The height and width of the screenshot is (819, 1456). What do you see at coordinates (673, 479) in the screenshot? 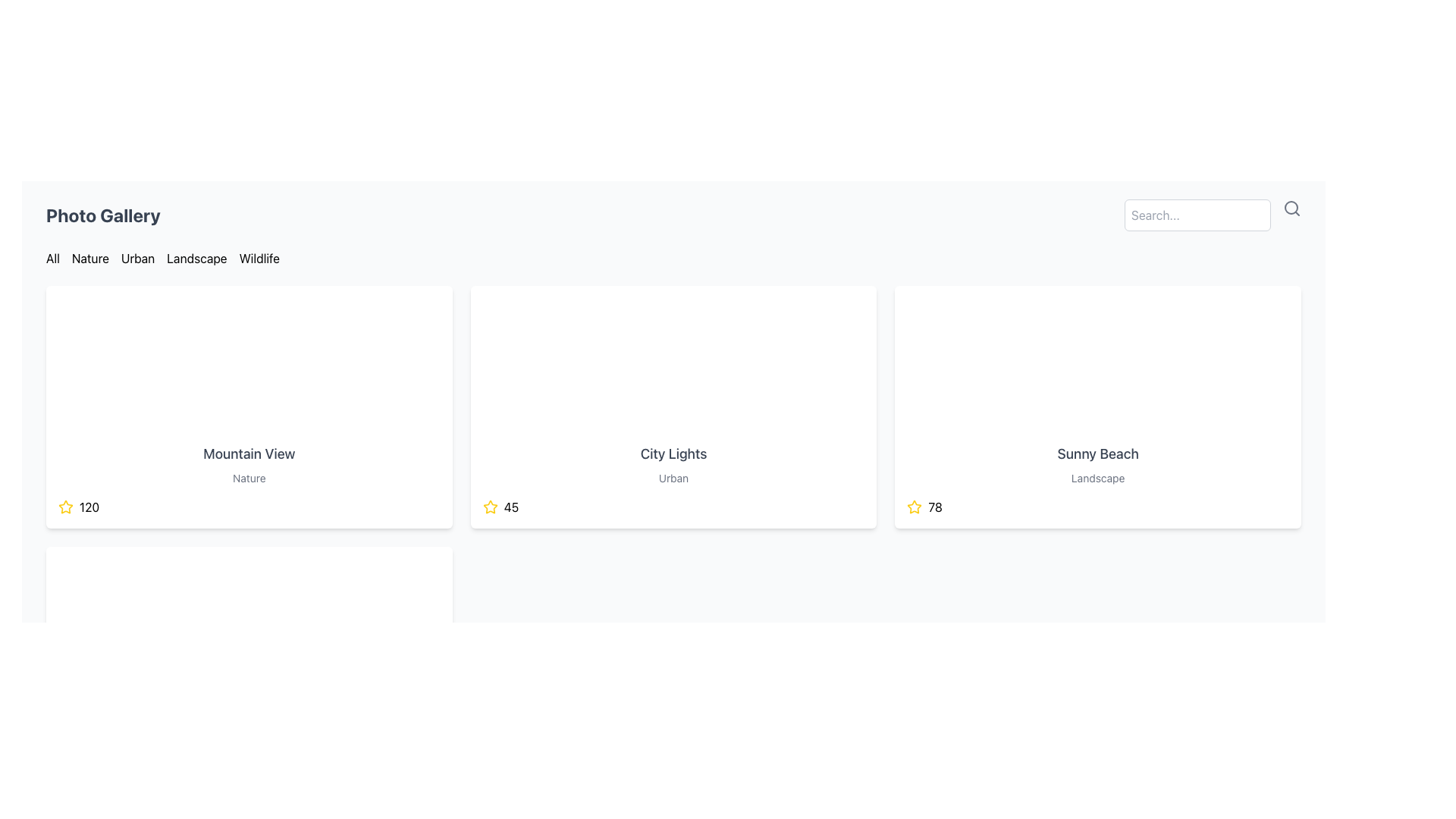
I see `the static text label that categorizes the content in the card, which is positioned below 'City Lights' and above the number '45'` at bounding box center [673, 479].